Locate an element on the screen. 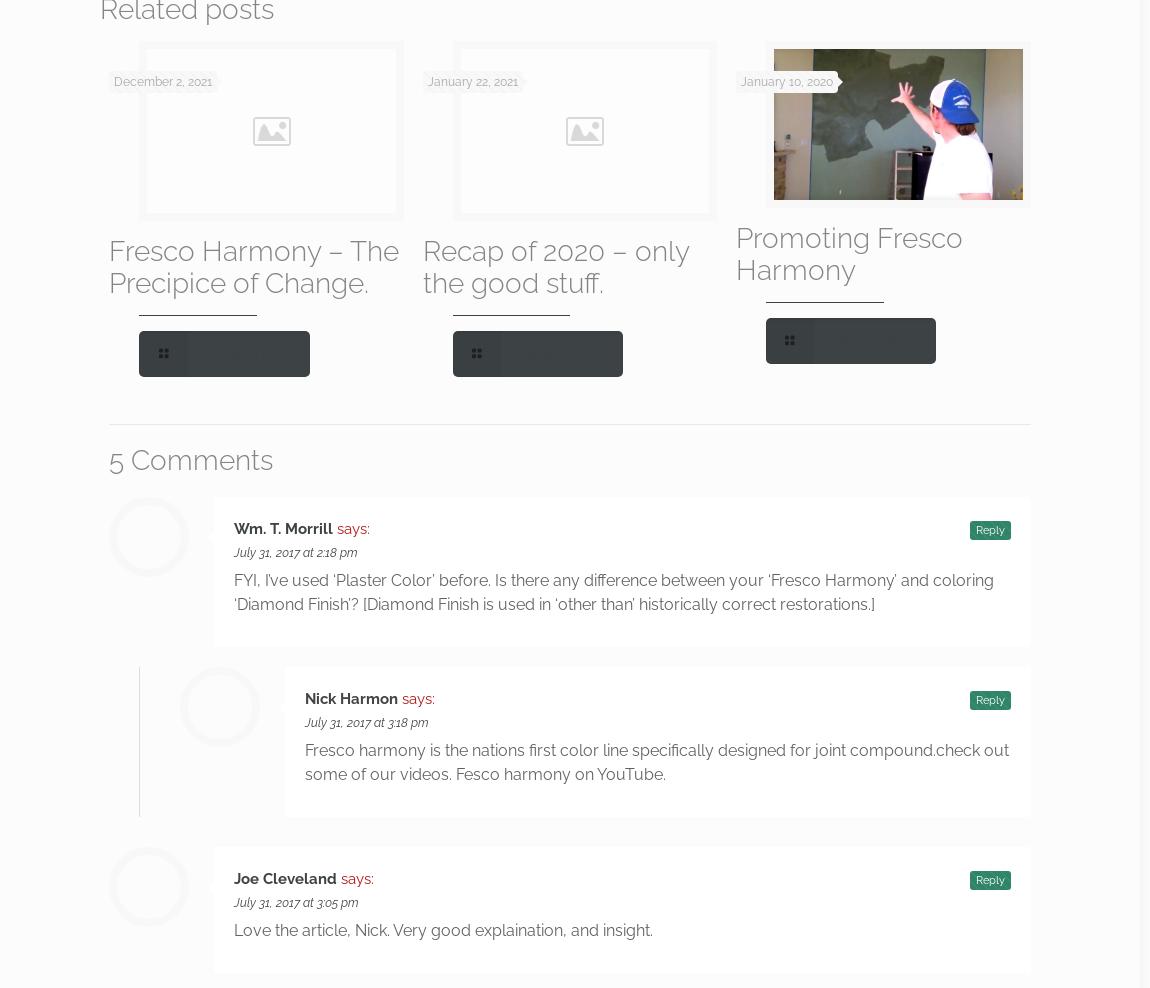 This screenshot has height=988, width=1150. 'Joe Cleveland' is located at coordinates (233, 878).